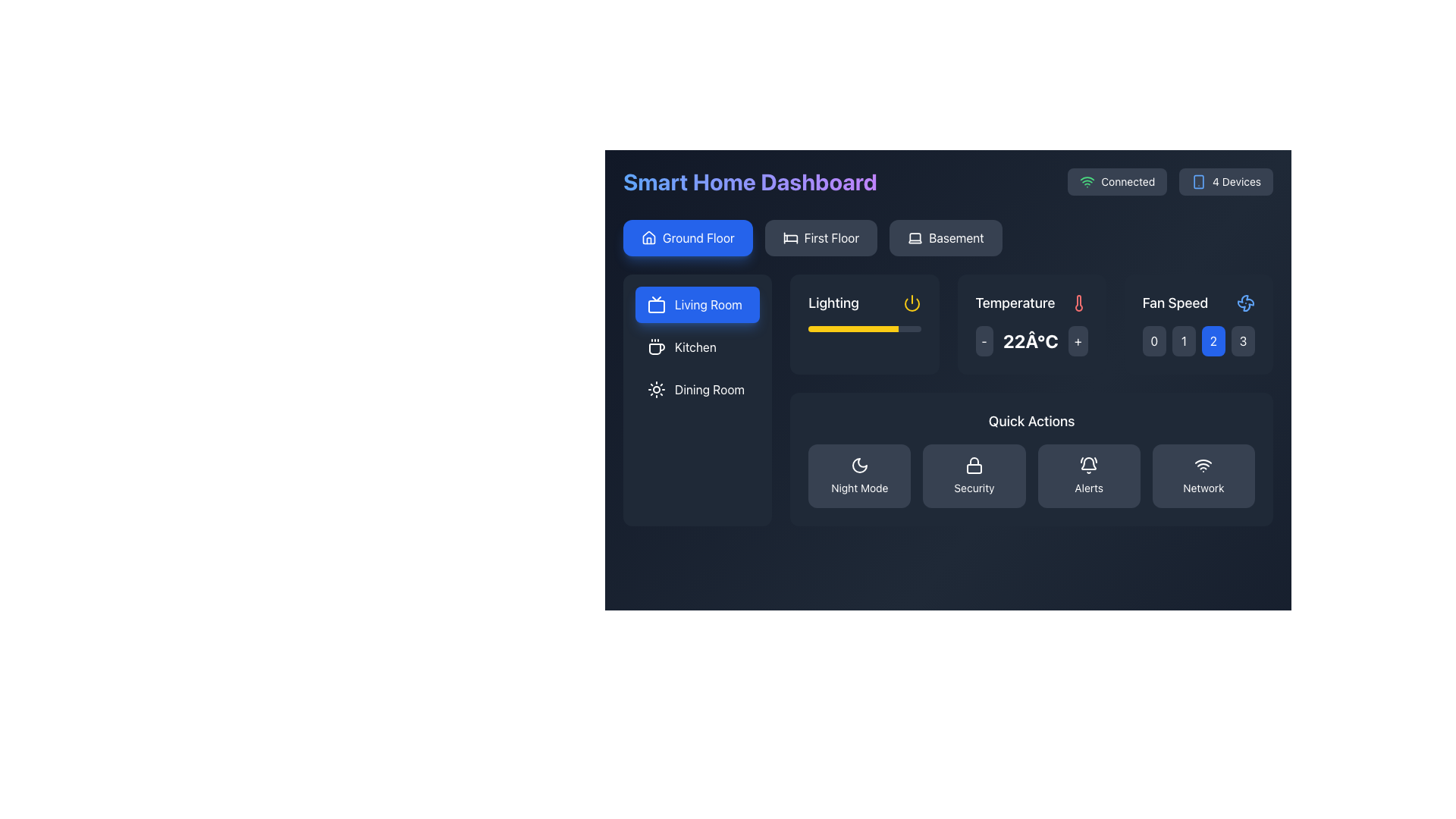 Image resolution: width=1456 pixels, height=819 pixels. What do you see at coordinates (819, 328) in the screenshot?
I see `slider` at bounding box center [819, 328].